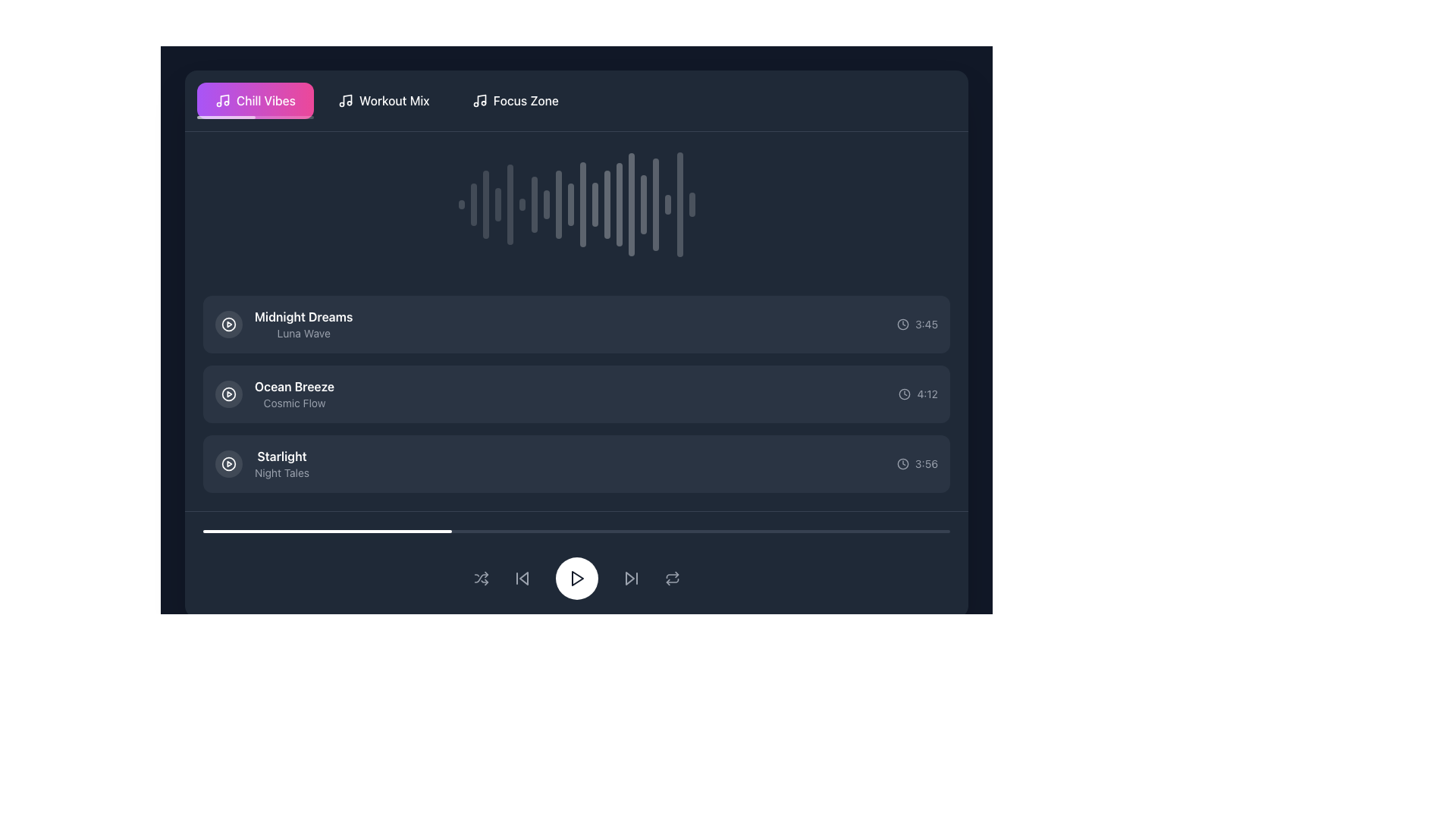 The height and width of the screenshot is (819, 1456). Describe the element at coordinates (228, 463) in the screenshot. I see `the central circular part of the play button icon in the third list item labeled 'Starlight' of the music playlist view` at that location.